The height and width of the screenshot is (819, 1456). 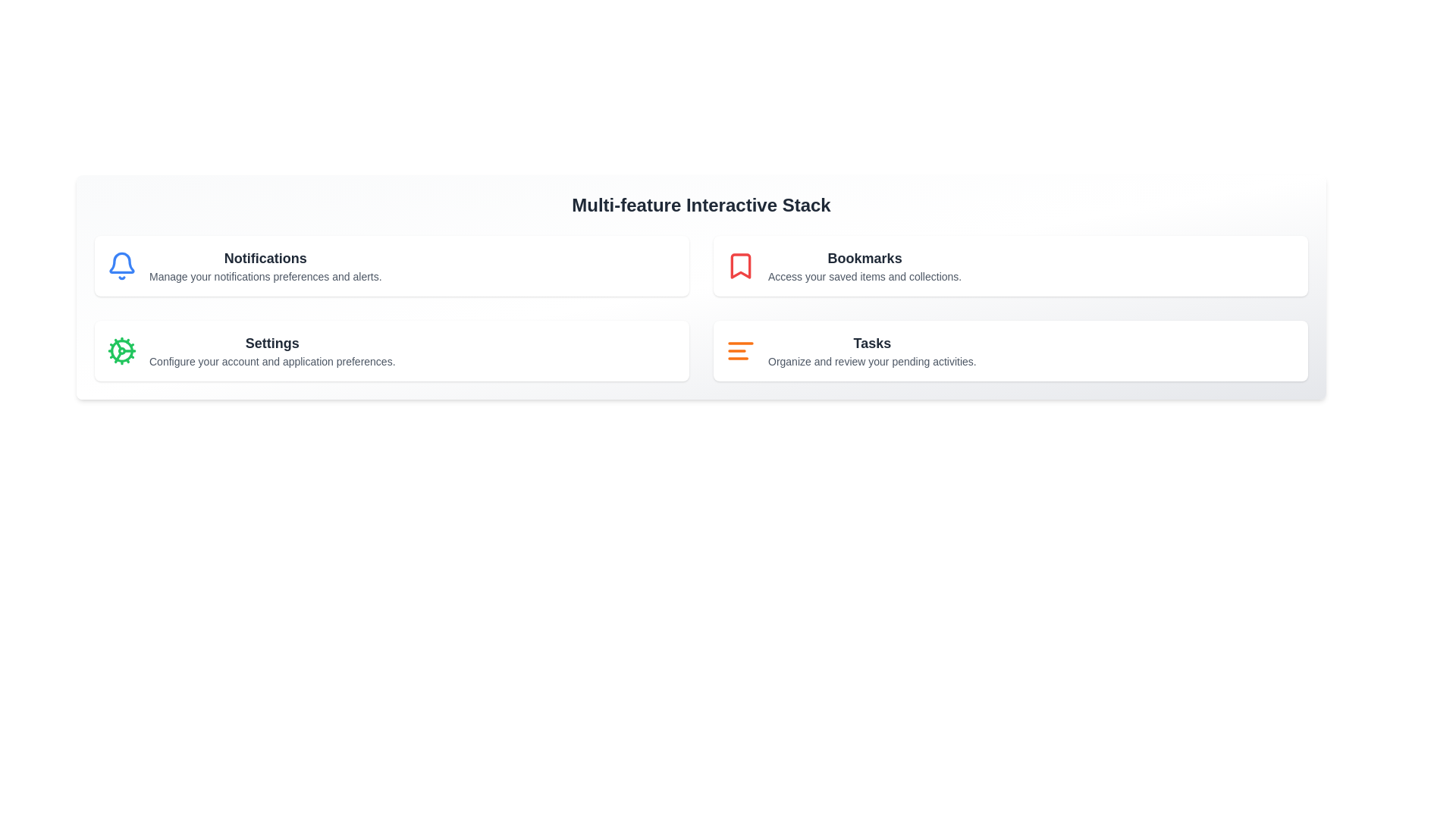 I want to click on the static text block indicating the notifications section, which is located in the top-left section of the layout and is the first item in a vertical list of options, so click(x=265, y=265).